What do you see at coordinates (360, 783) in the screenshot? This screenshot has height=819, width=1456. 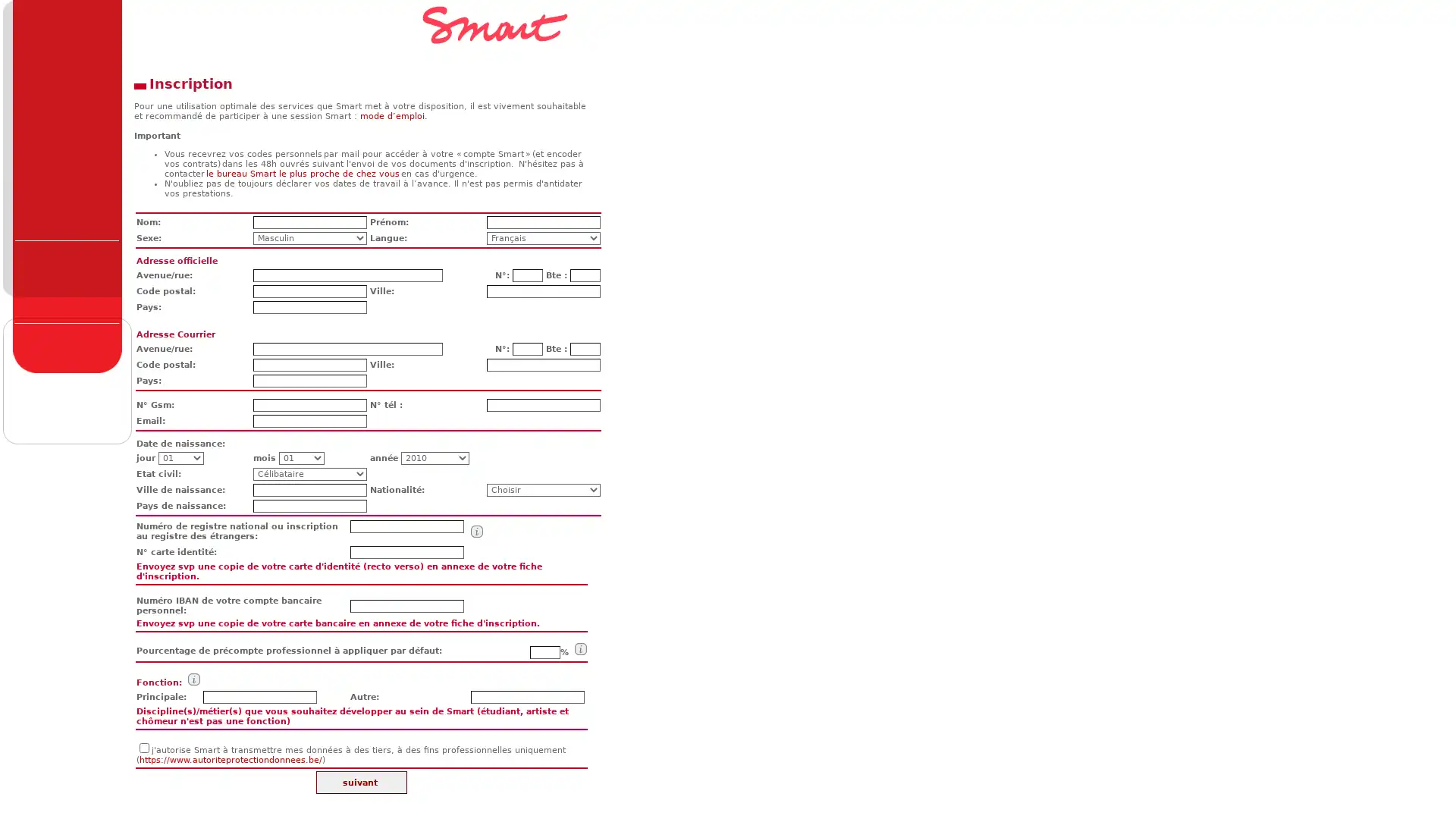 I see `suivant` at bounding box center [360, 783].